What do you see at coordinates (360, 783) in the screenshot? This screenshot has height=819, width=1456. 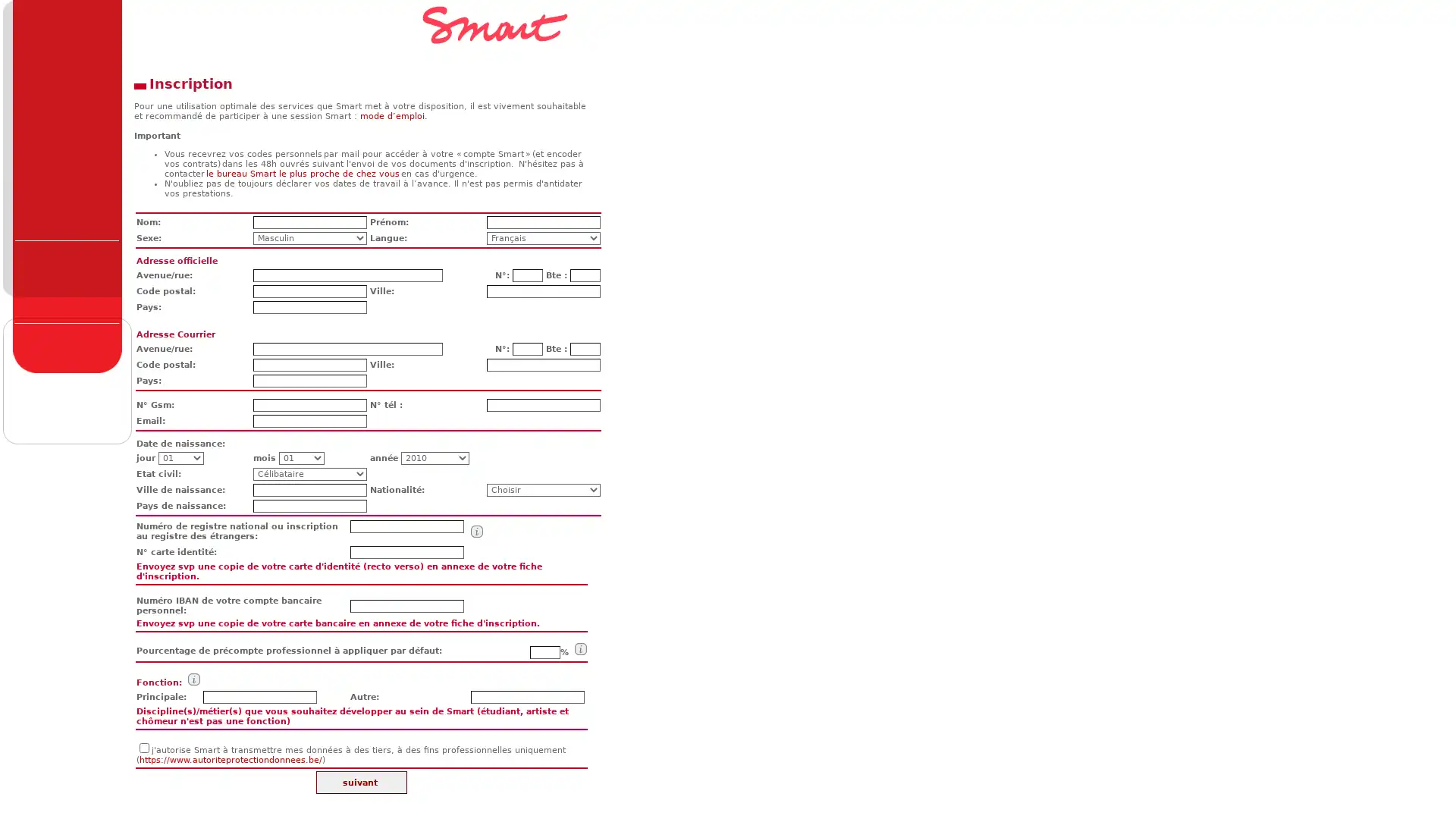 I see `suivant` at bounding box center [360, 783].